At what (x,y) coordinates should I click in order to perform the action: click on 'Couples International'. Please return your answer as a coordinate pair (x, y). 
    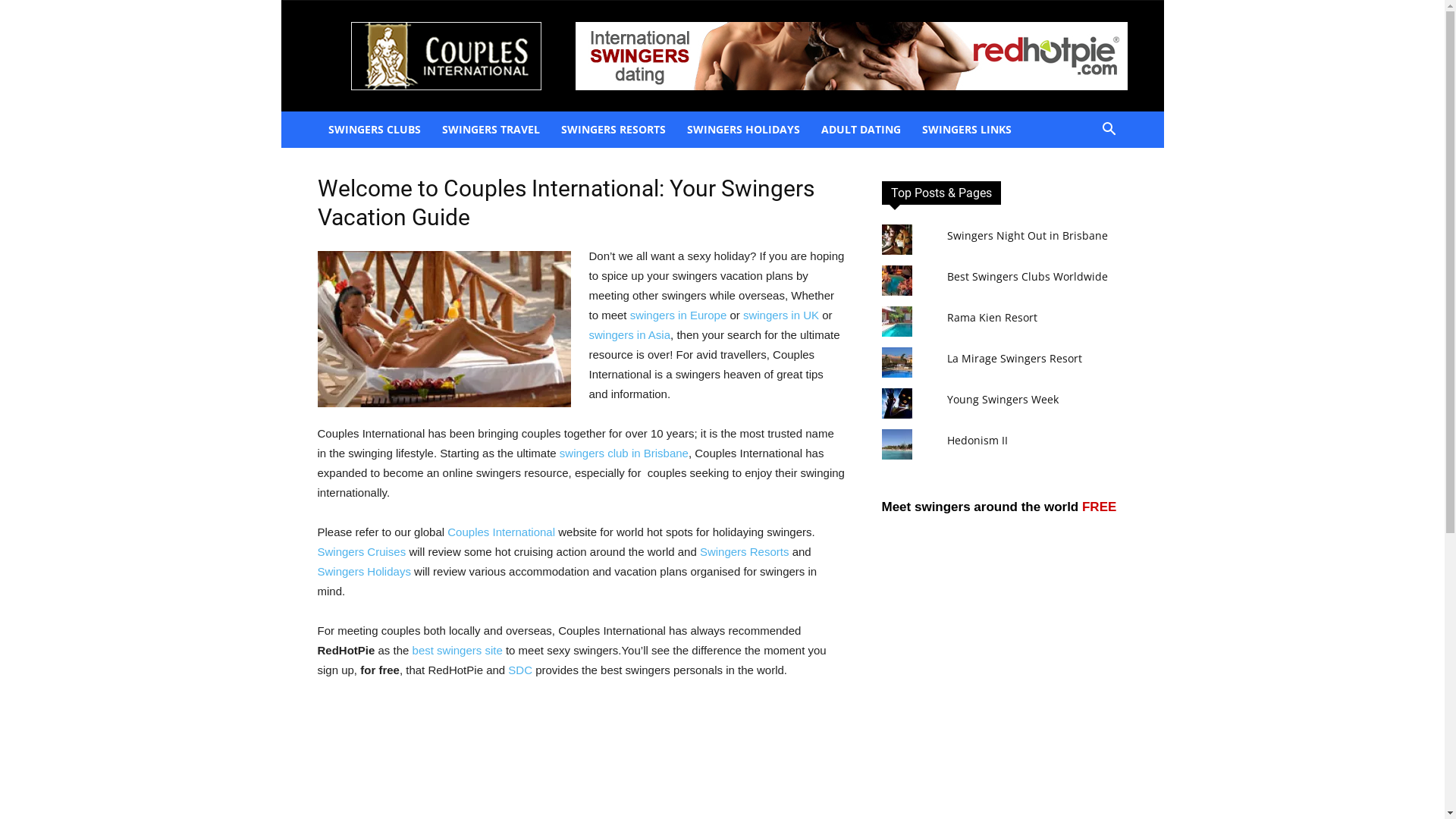
    Looking at the image, I should click on (502, 531).